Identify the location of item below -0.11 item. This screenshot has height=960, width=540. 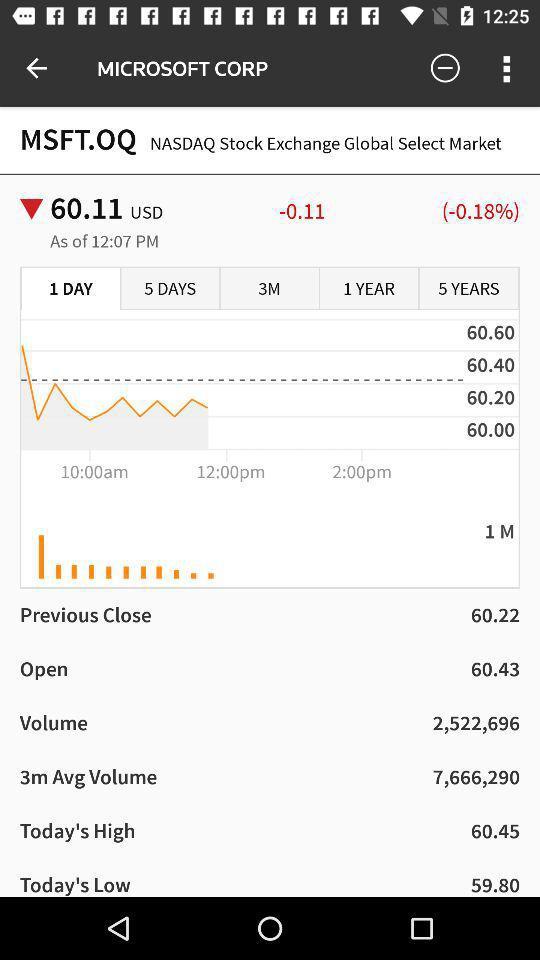
(468, 288).